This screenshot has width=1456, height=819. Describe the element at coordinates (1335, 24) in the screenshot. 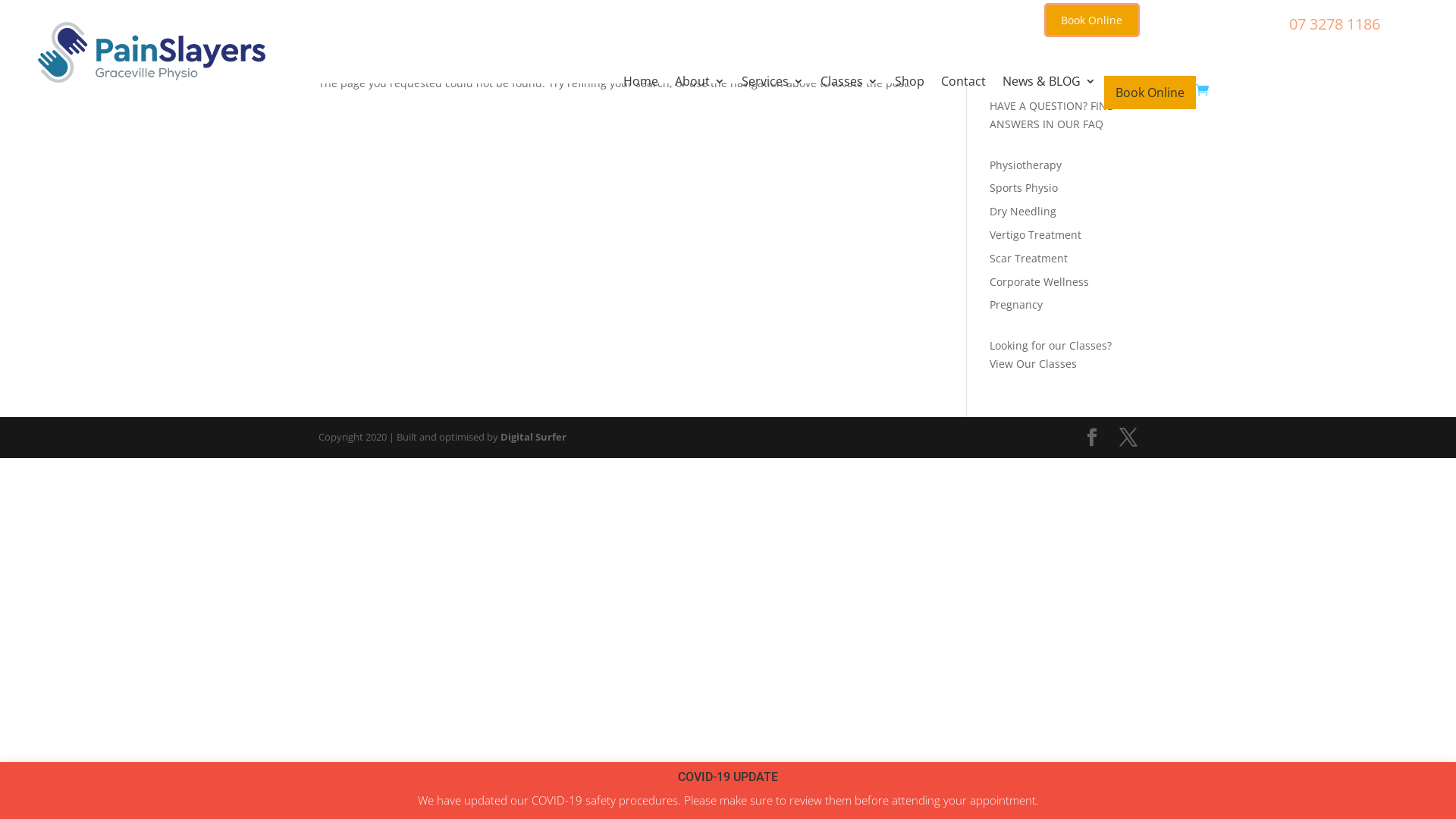

I see `'07 3278 1186'` at that location.